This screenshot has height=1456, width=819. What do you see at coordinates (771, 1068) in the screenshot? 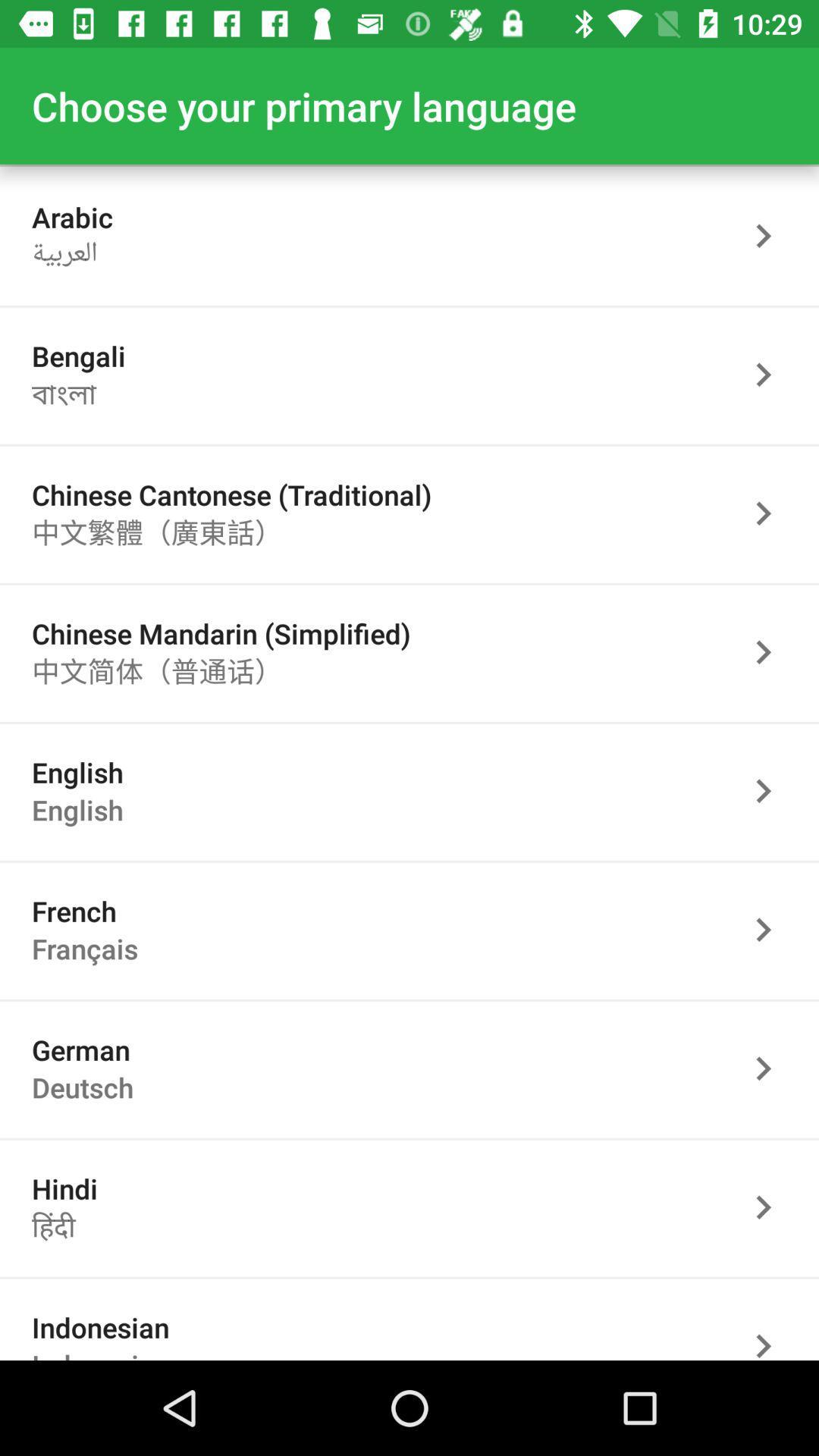
I see `german language` at bounding box center [771, 1068].